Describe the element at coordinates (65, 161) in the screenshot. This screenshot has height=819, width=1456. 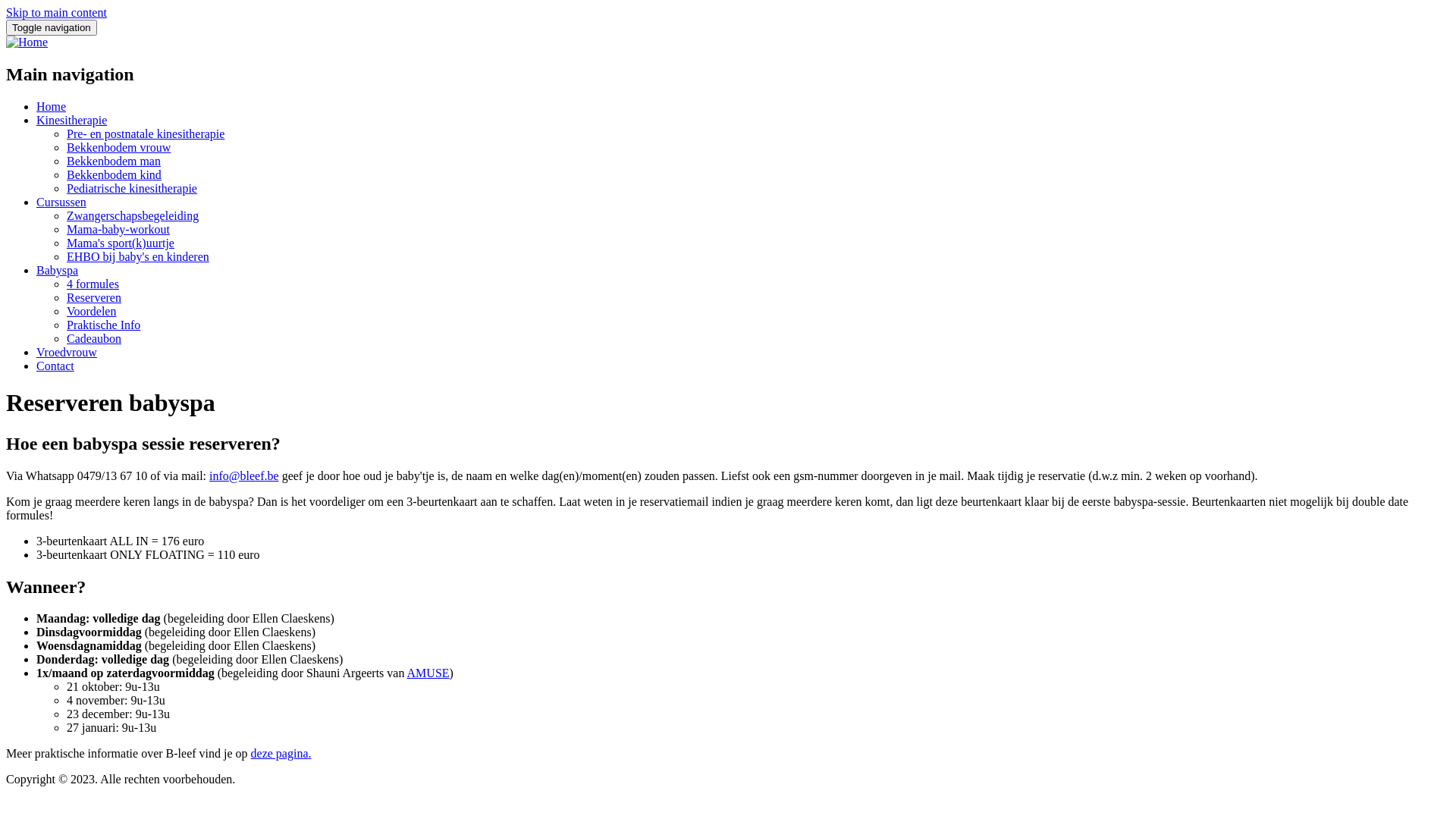
I see `'Bekkenbodem man'` at that location.